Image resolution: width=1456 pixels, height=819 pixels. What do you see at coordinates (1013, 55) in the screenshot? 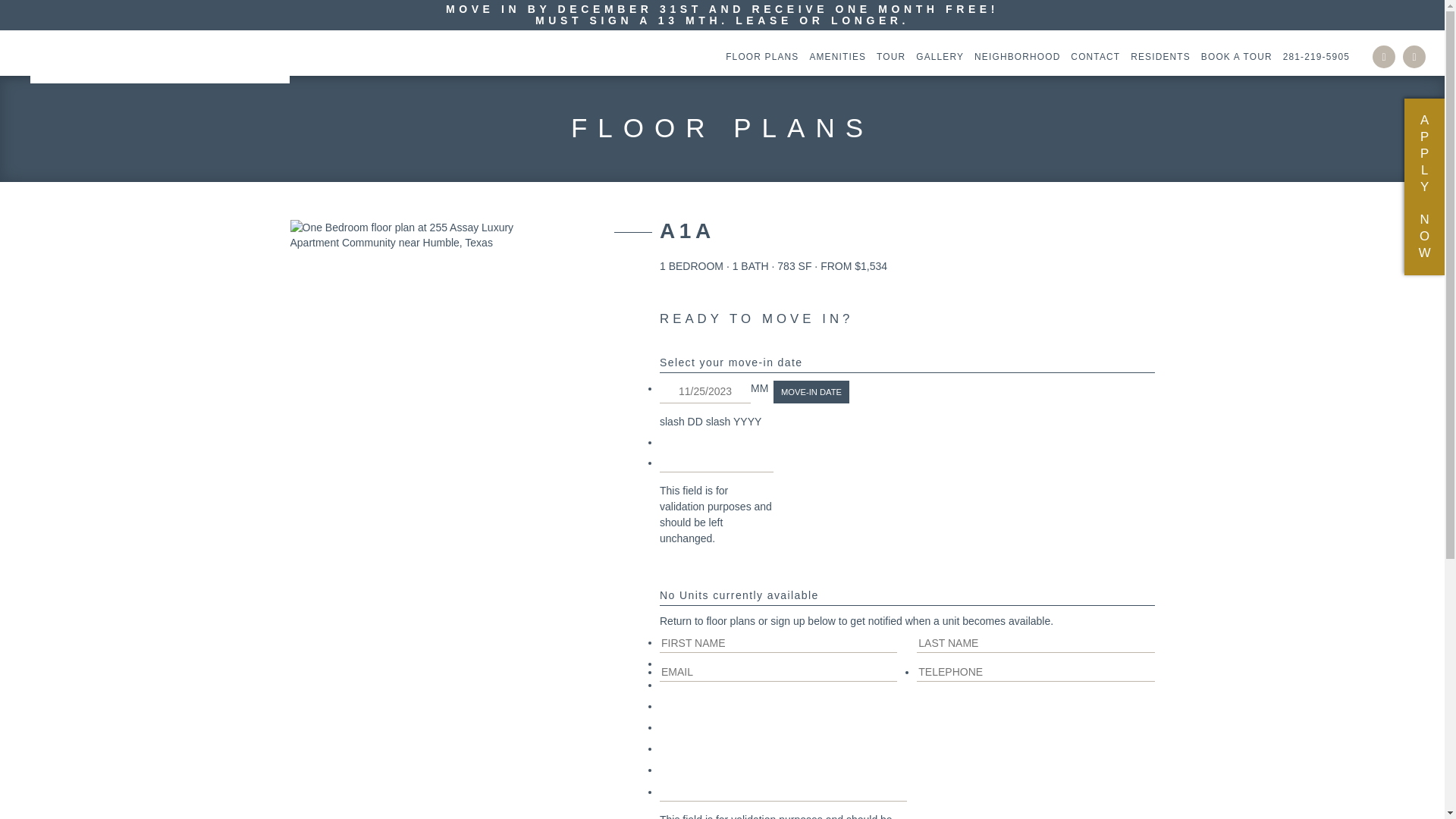
I see `'NEIGHBORHOOD'` at bounding box center [1013, 55].